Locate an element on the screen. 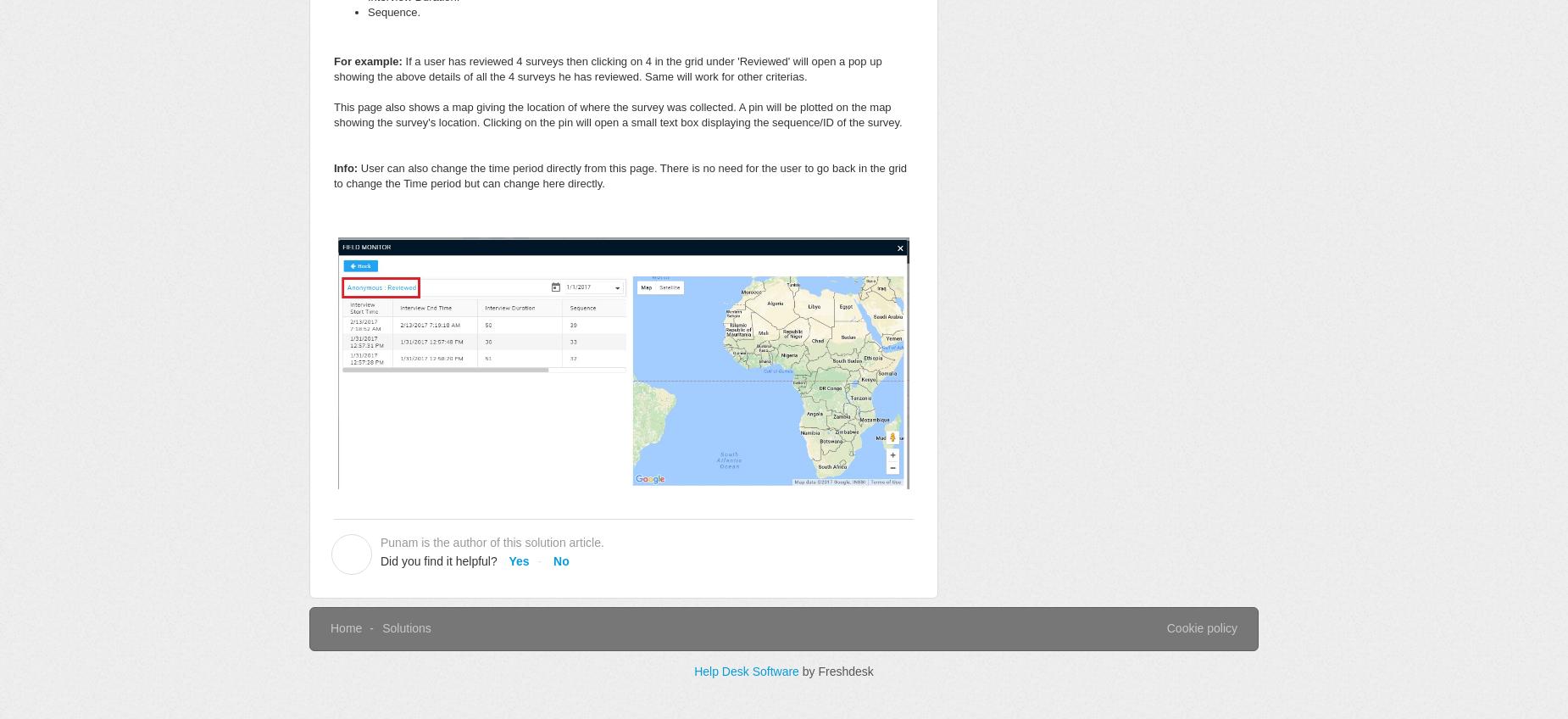 The height and width of the screenshot is (719, 1568). 'Did you find it helpful?' is located at coordinates (438, 560).